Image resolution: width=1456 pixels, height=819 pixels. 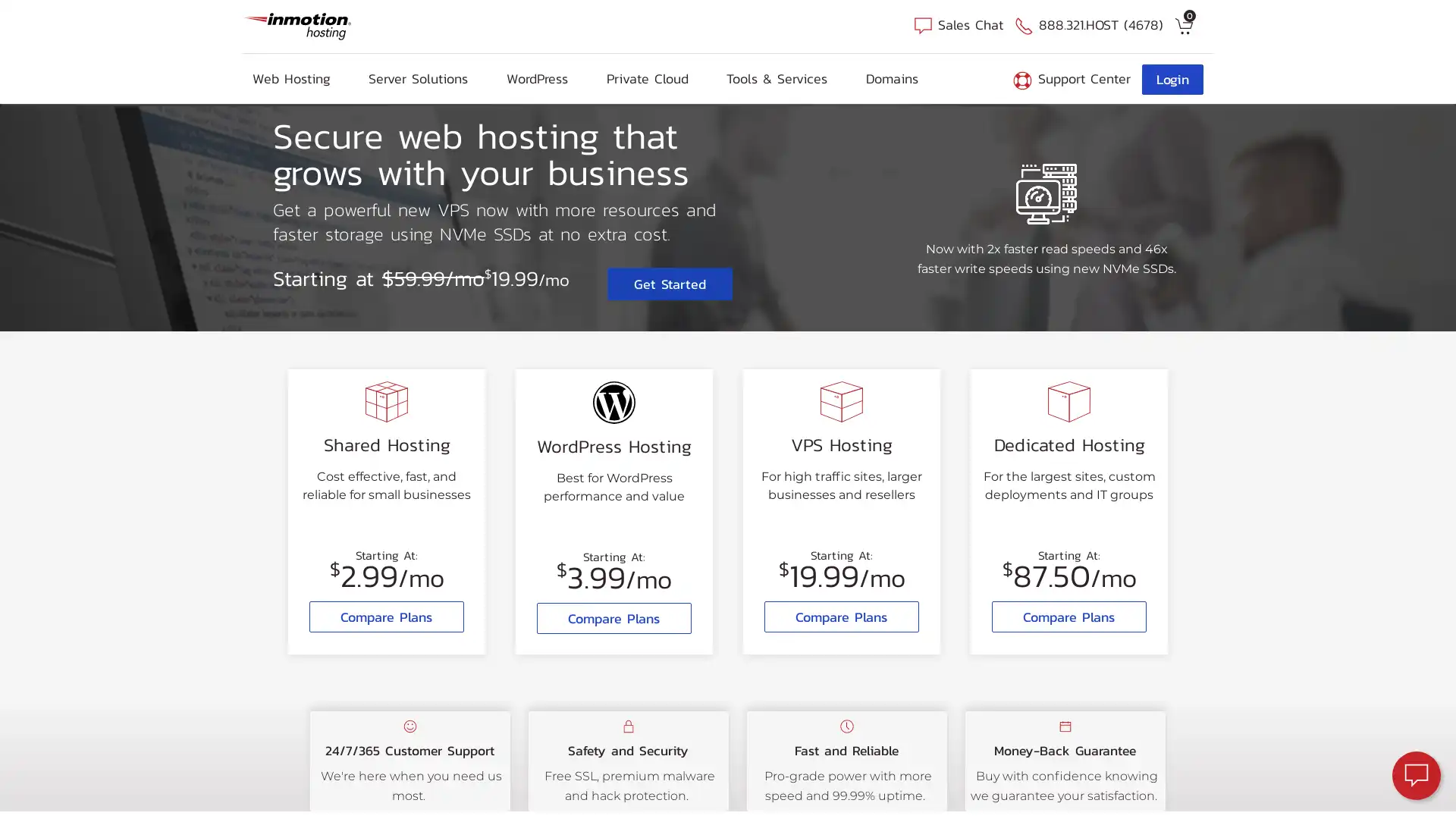 I want to click on Compare Plans, so click(x=840, y=617).